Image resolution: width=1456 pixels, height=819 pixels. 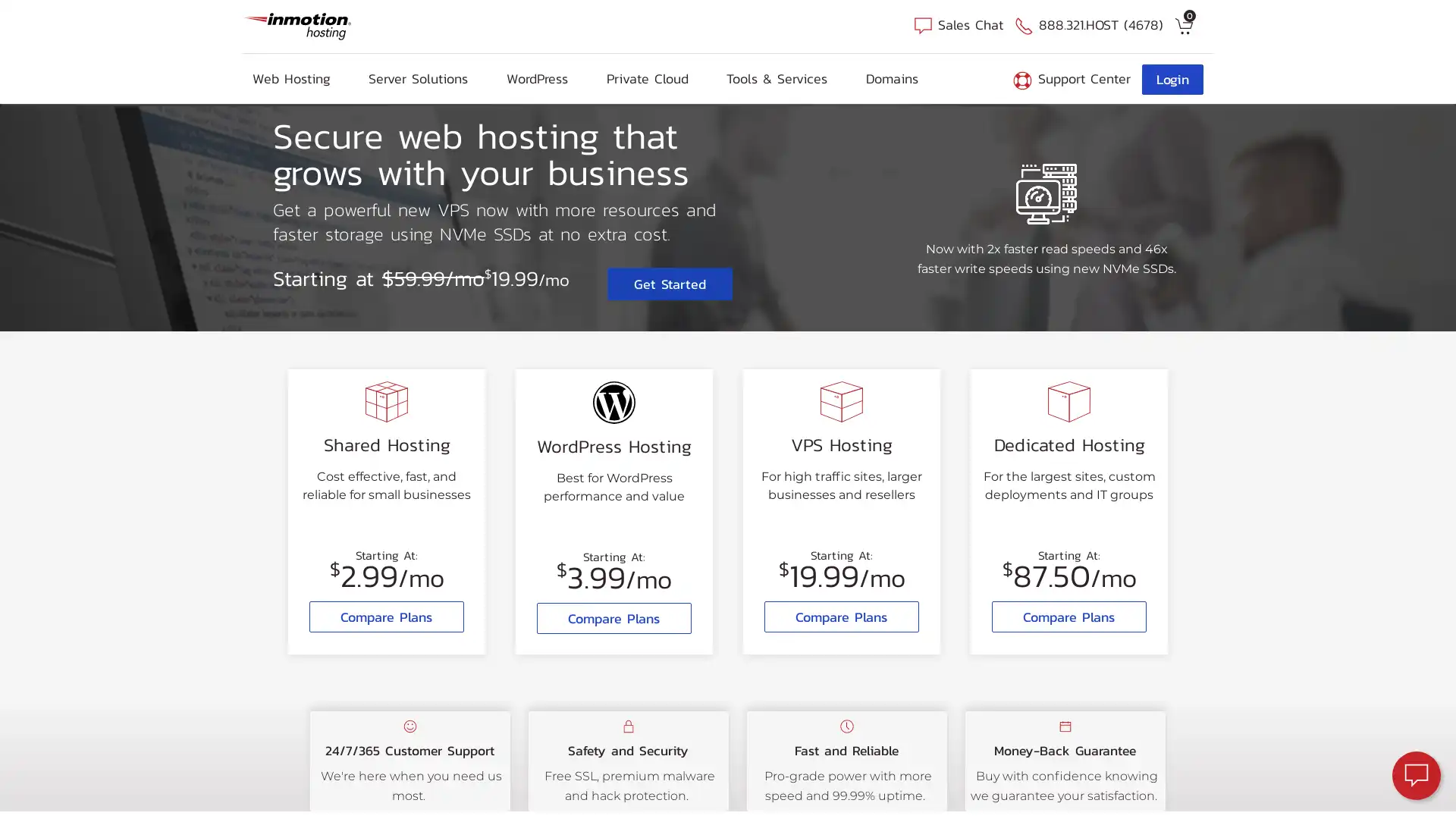 I want to click on Compare Plans, so click(x=840, y=617).